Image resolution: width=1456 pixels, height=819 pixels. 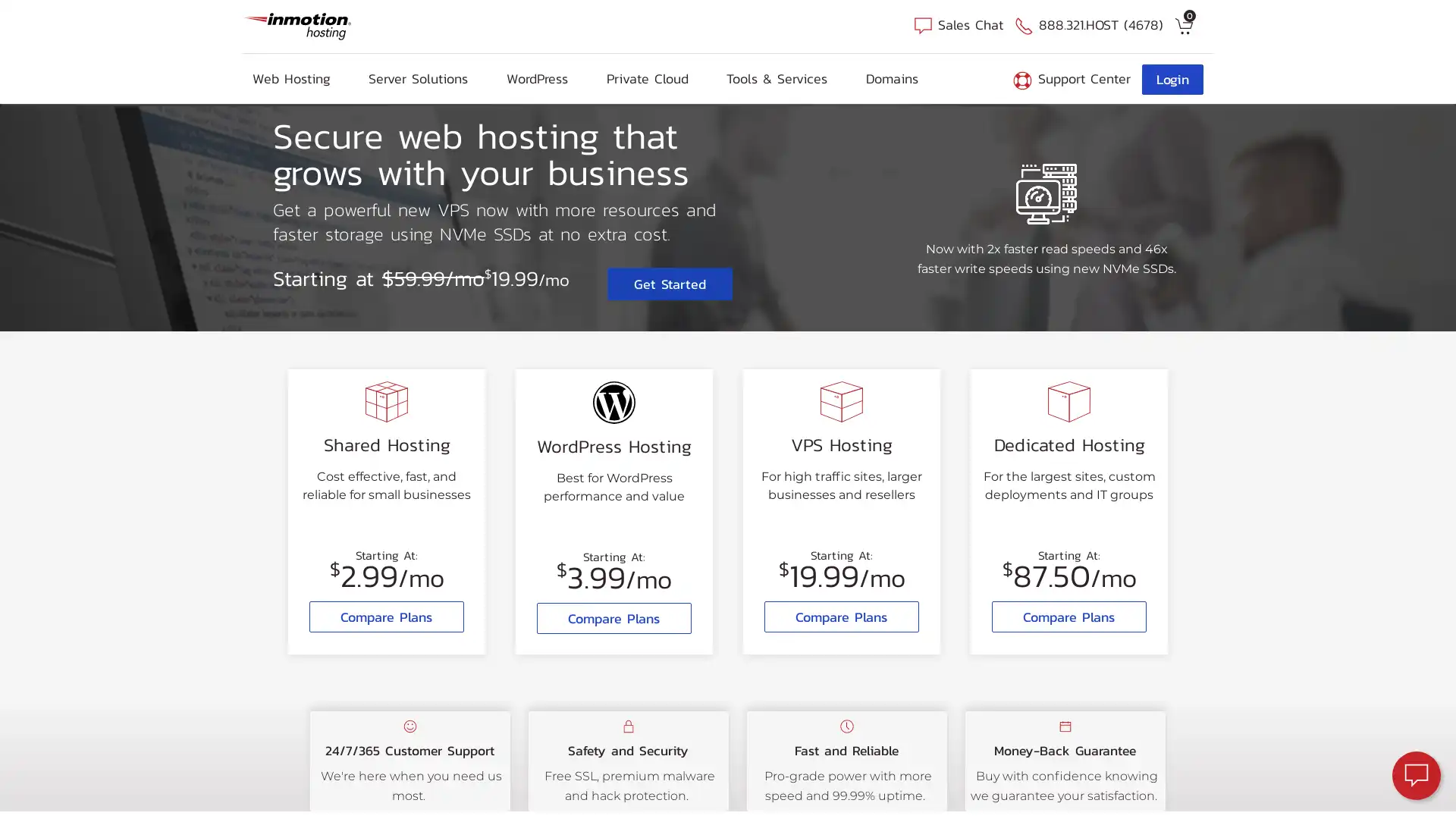 I want to click on Compare Plans, so click(x=840, y=617).